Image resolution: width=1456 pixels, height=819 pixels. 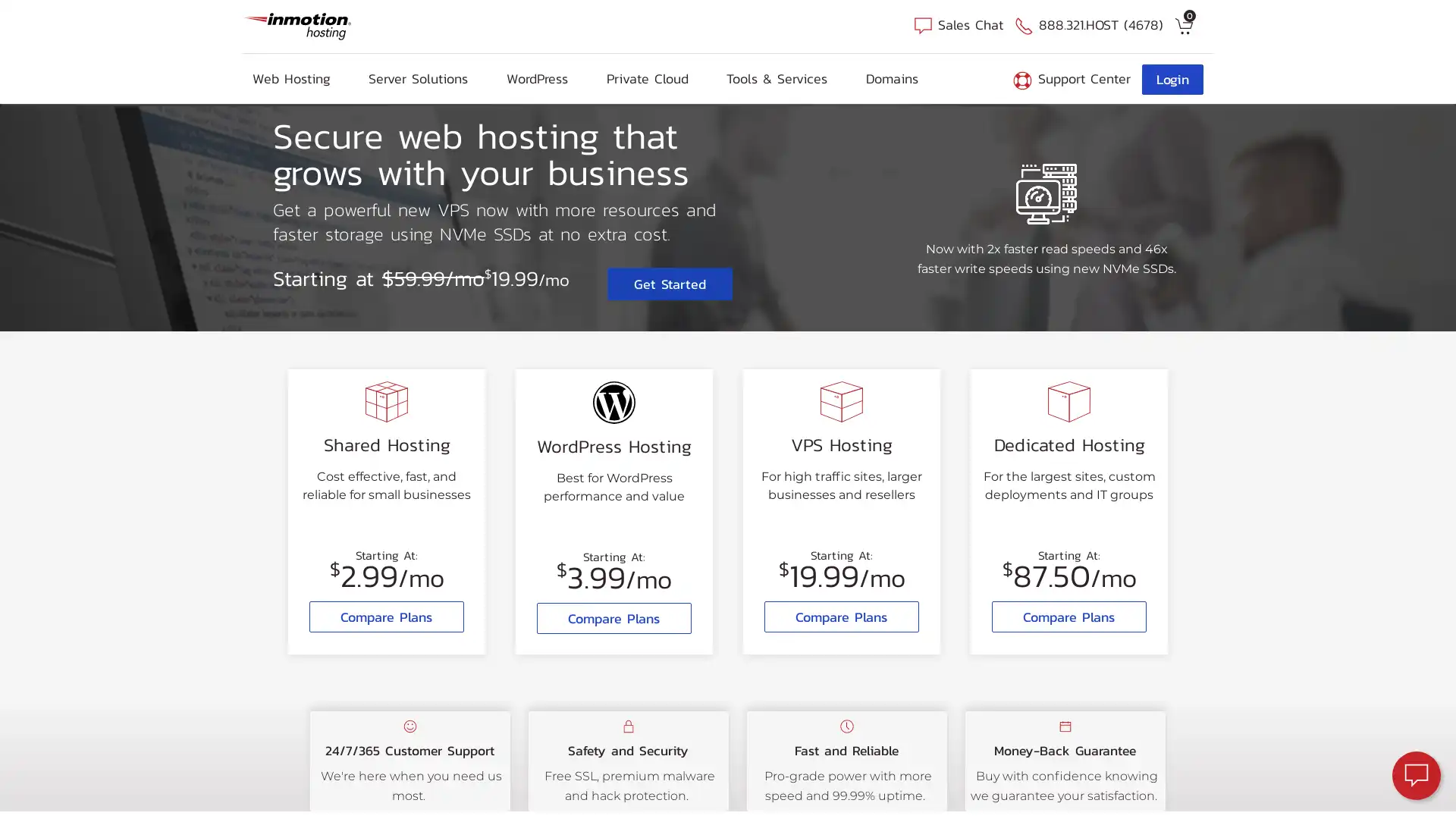 I want to click on Compare Plans, so click(x=840, y=617).